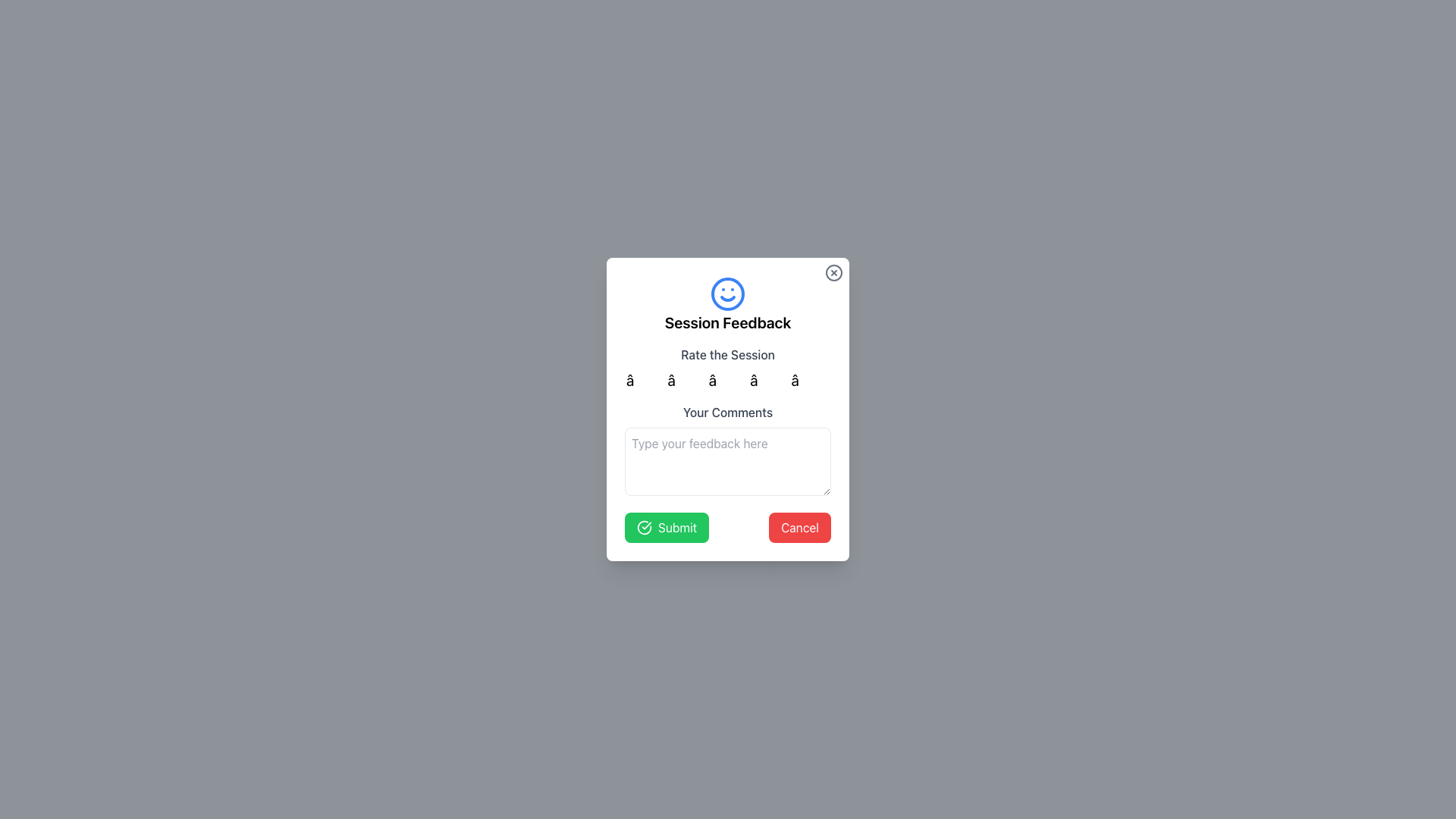  I want to click on the first Rating Star Icon for keyboard input, so click(645, 379).